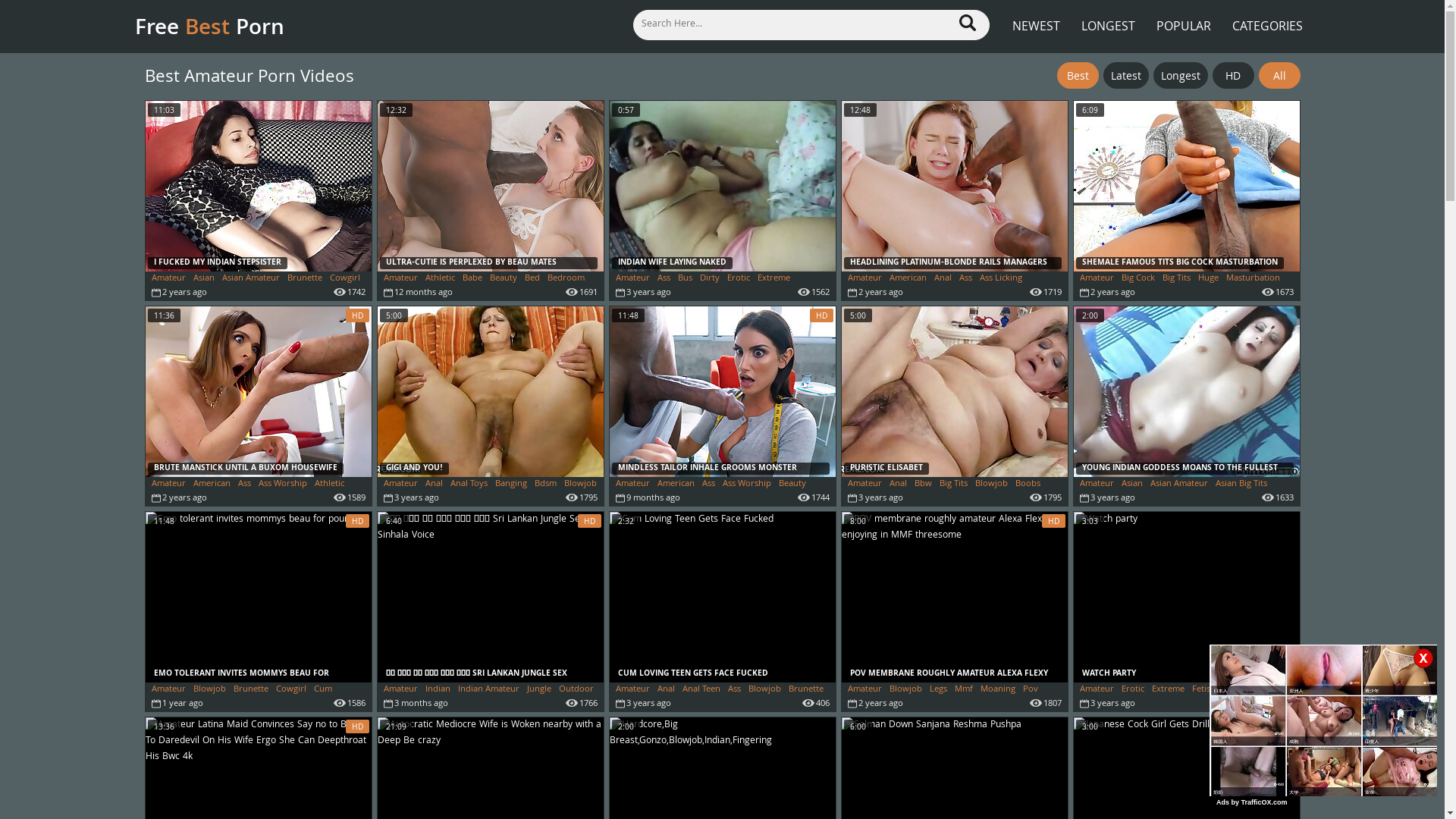 The width and height of the screenshot is (1456, 819). Describe the element at coordinates (1097, 484) in the screenshot. I see `'Amateur'` at that location.